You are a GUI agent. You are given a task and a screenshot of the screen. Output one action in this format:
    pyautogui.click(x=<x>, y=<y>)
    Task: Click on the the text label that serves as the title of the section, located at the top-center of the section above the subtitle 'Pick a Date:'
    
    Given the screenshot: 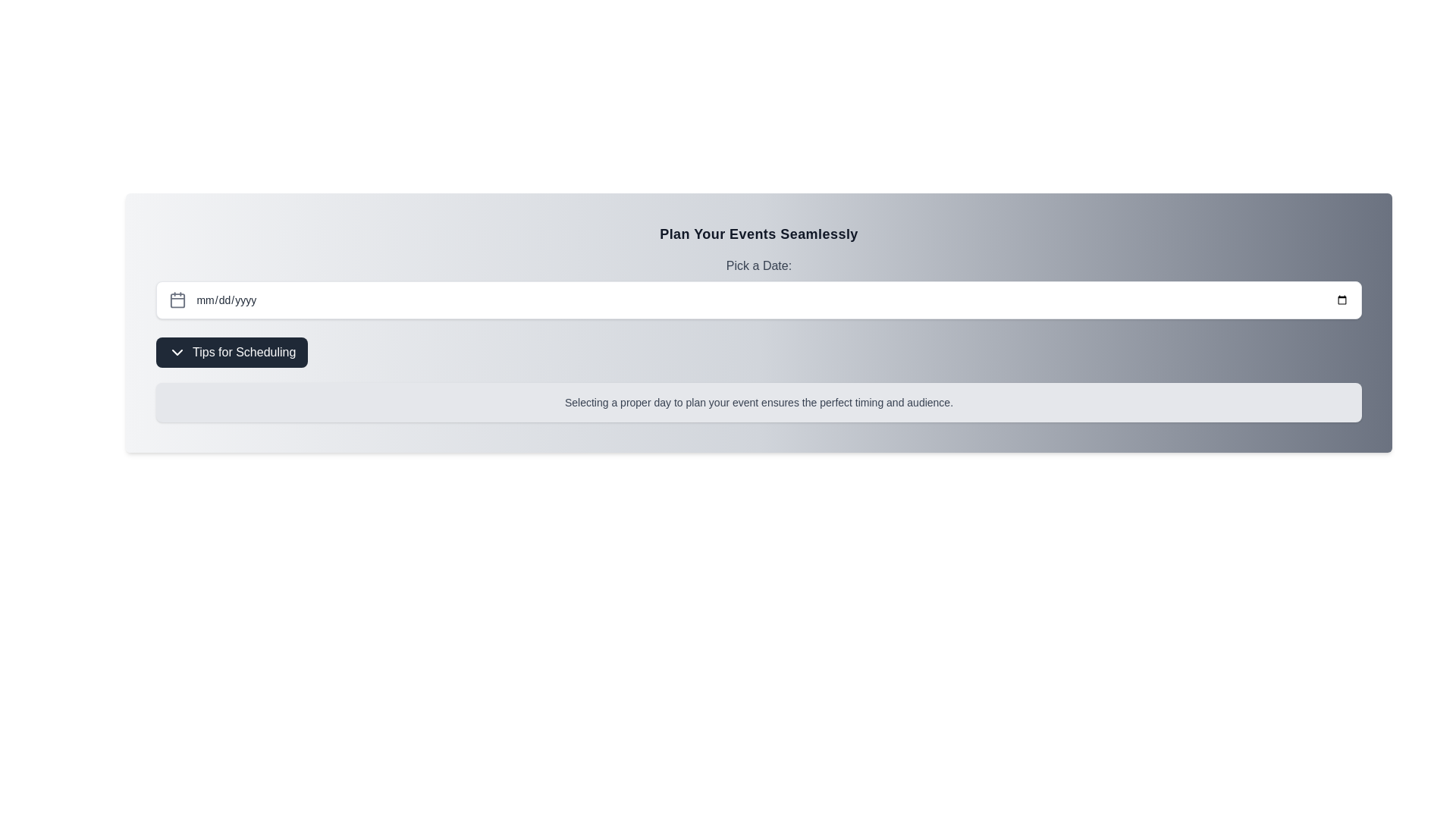 What is the action you would take?
    pyautogui.click(x=759, y=234)
    